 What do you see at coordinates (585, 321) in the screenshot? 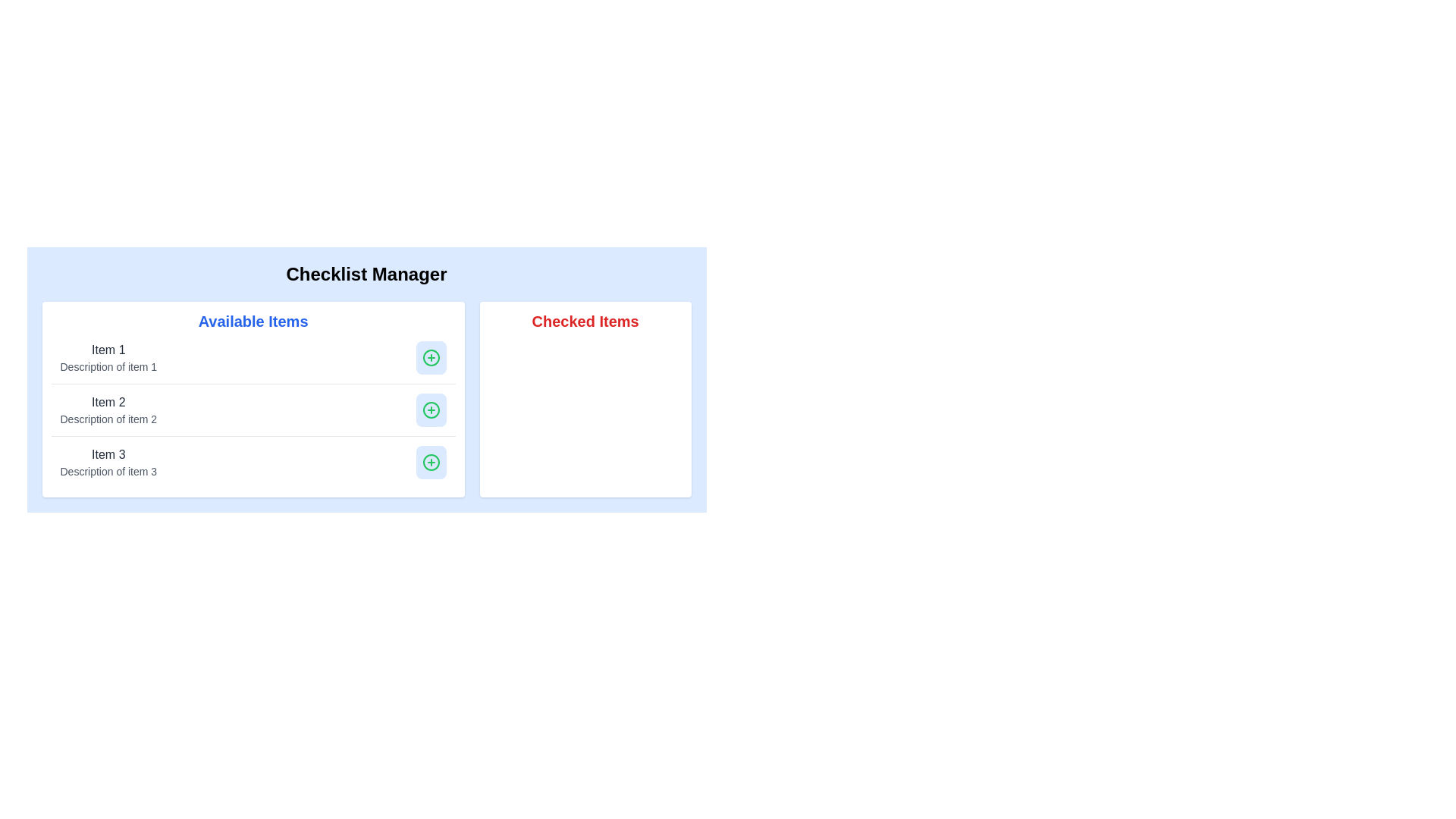
I see `the 'Checked Items' Text Label located at the top of the right-hand panel in the checklist interface` at bounding box center [585, 321].